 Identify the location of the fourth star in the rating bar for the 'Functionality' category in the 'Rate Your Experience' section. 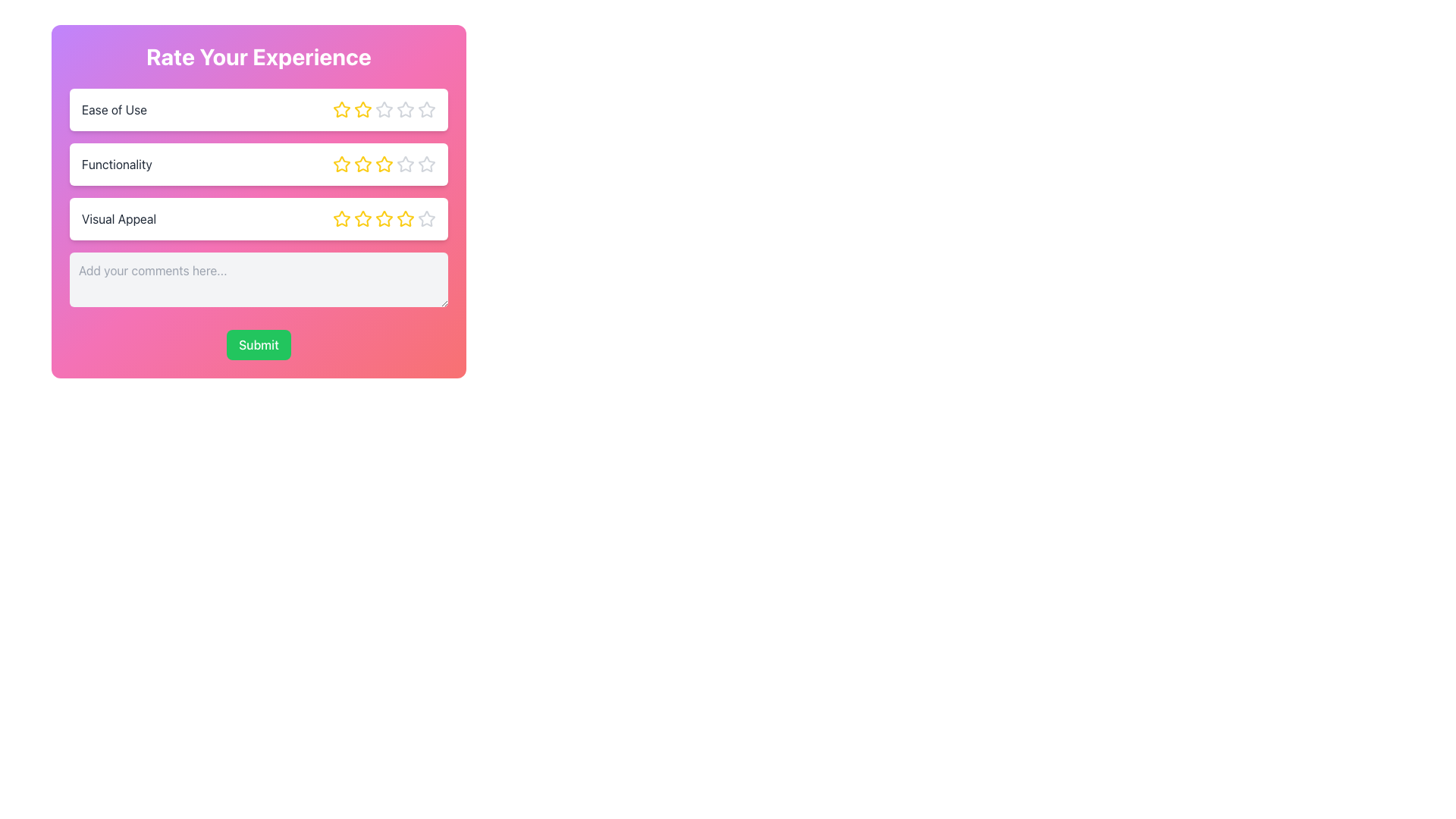
(405, 164).